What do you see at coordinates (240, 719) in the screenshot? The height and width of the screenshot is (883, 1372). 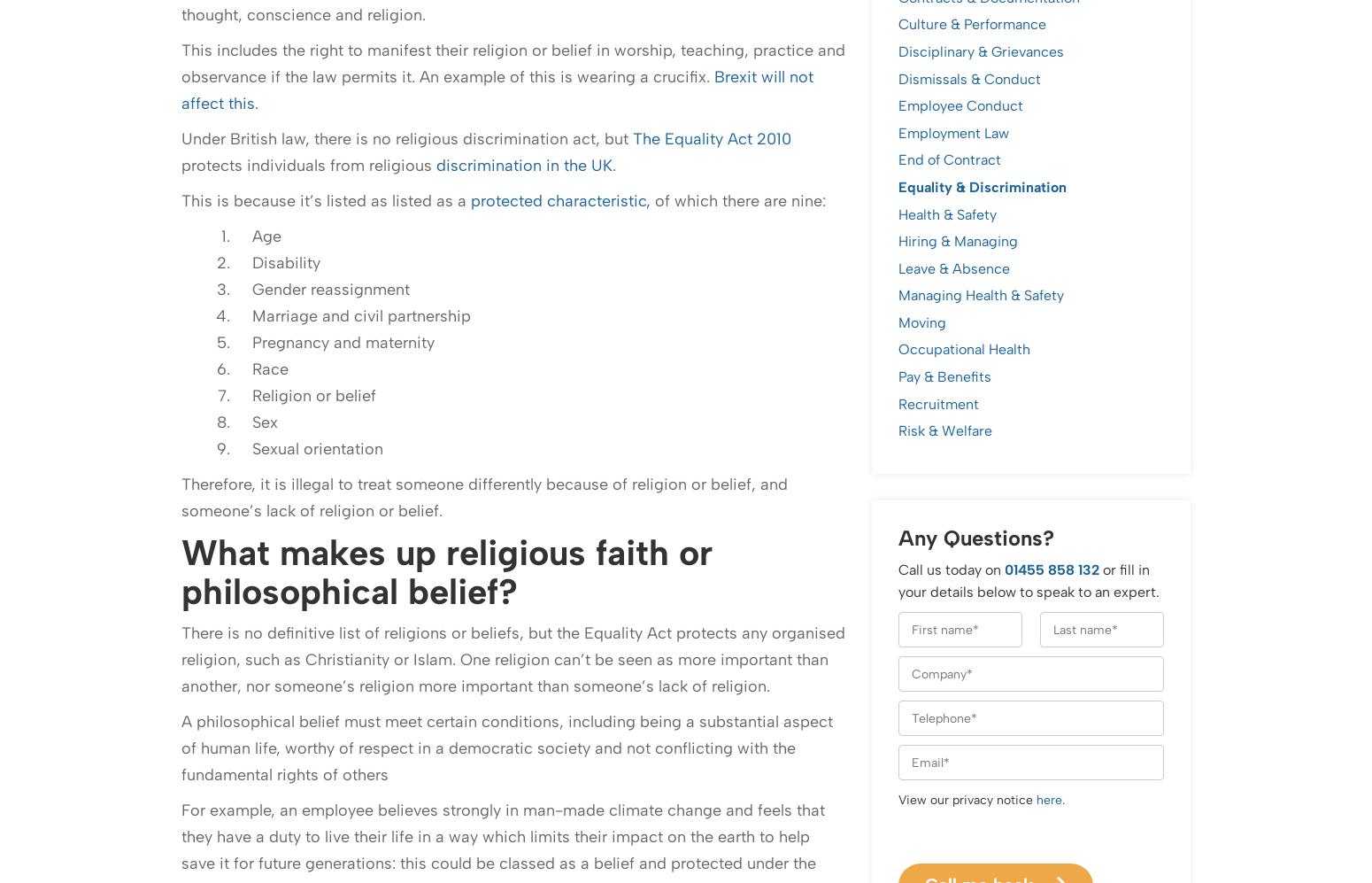 I see `'Contact Croner'` at bounding box center [240, 719].